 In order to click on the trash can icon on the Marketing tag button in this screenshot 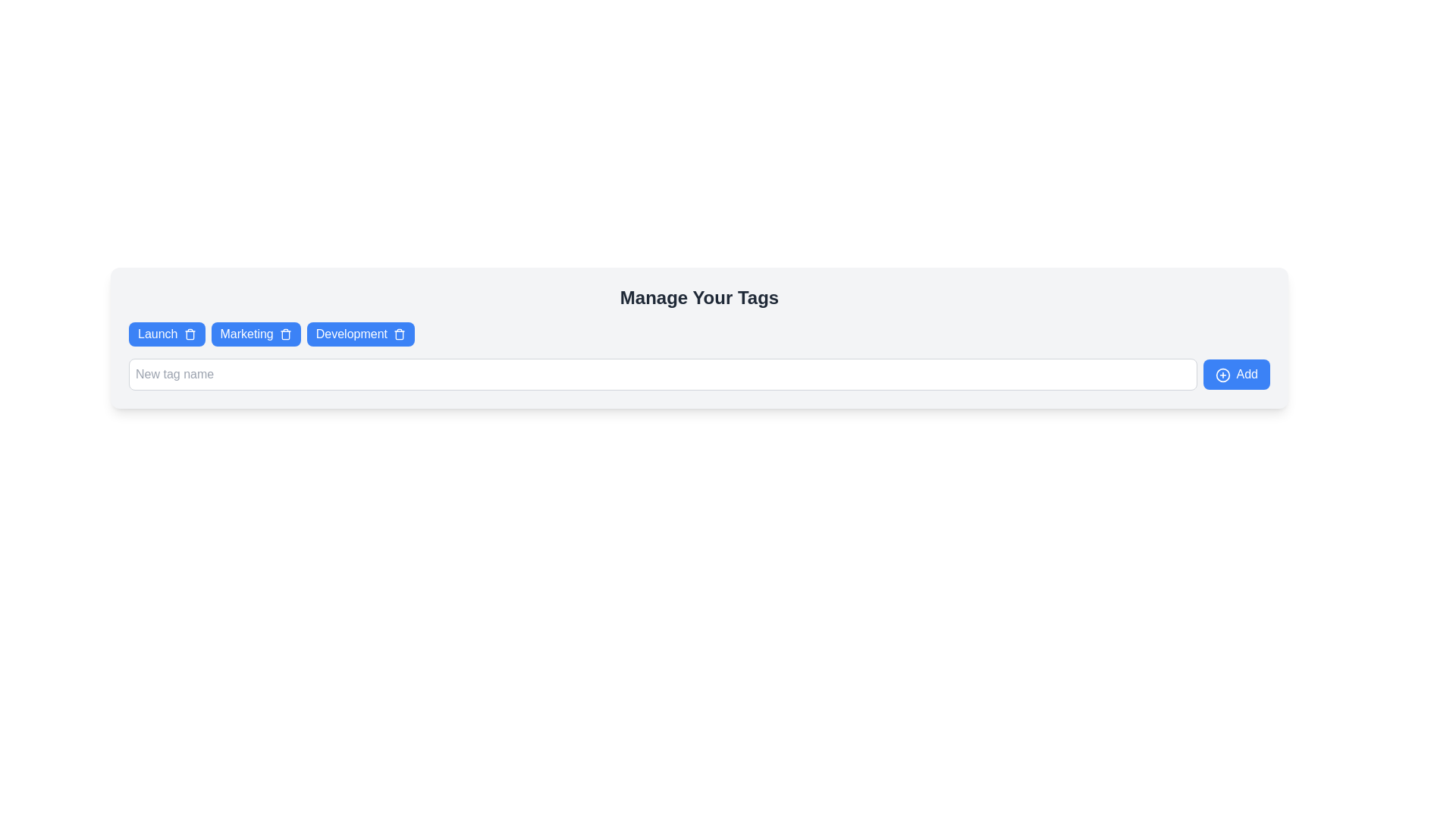, I will do `click(256, 333)`.